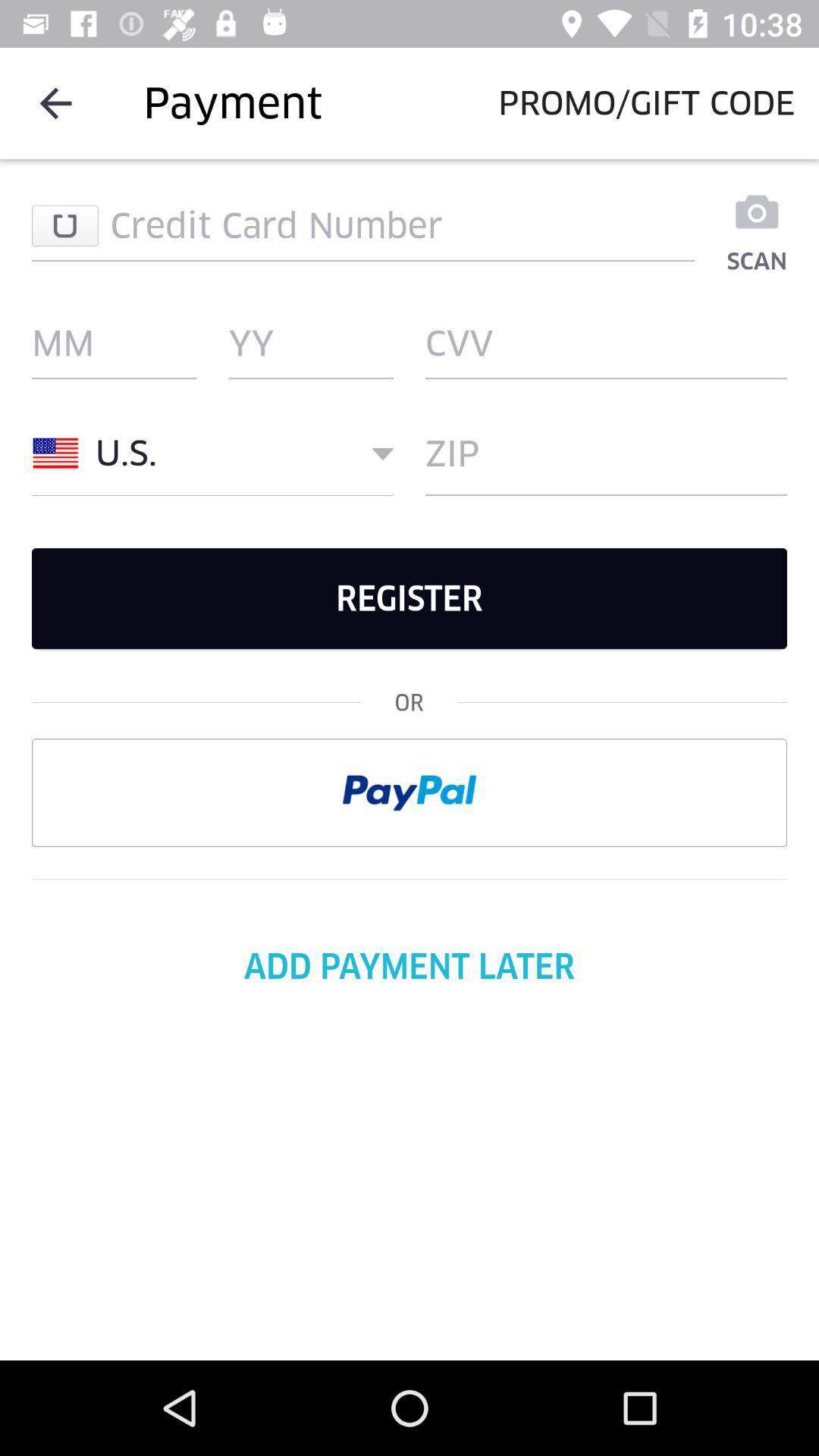 The width and height of the screenshot is (819, 1456). I want to click on data in a text field, so click(363, 224).